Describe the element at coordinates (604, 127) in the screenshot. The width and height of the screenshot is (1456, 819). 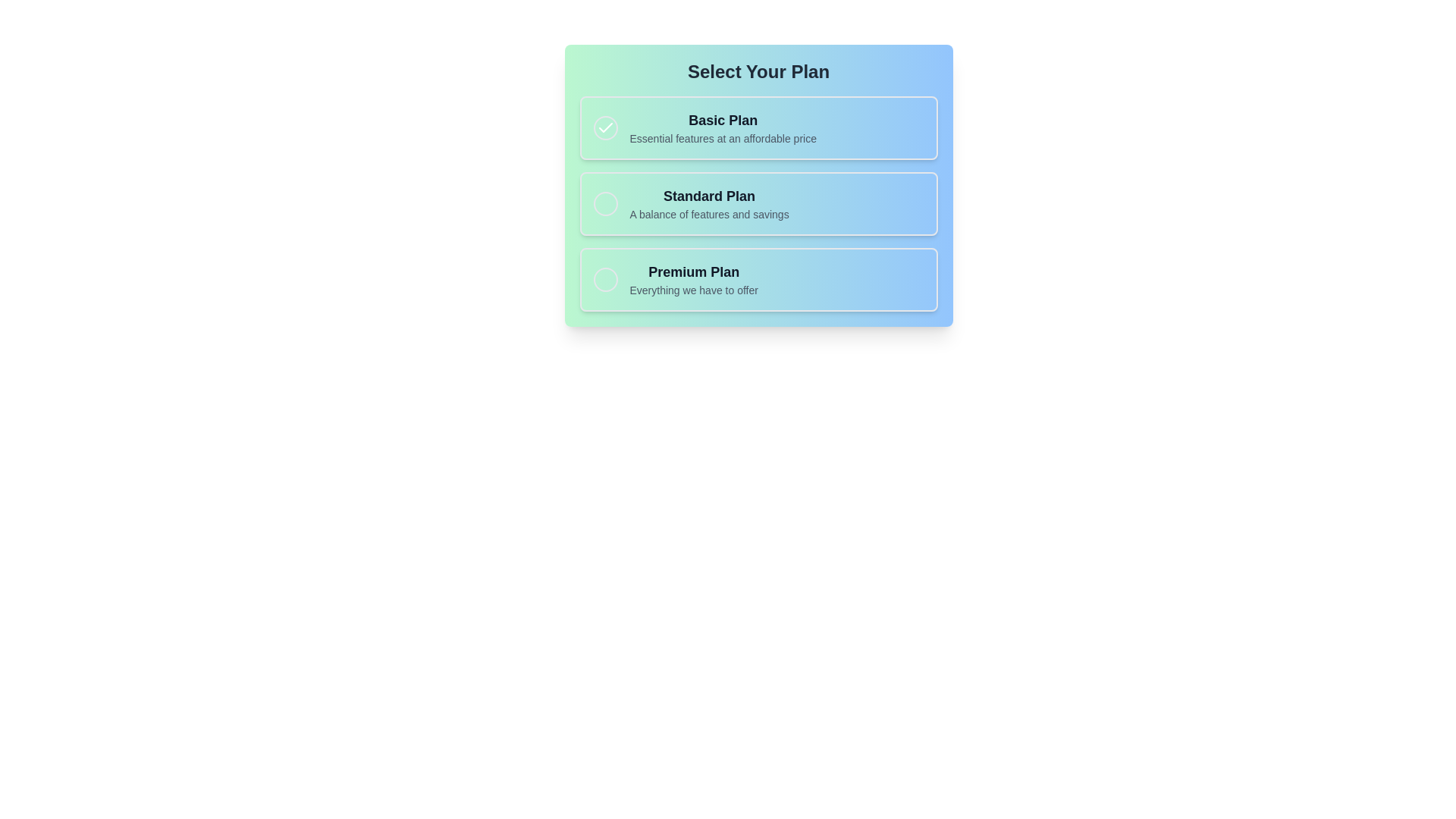
I see `the circular checkbox-like indicator` at that location.